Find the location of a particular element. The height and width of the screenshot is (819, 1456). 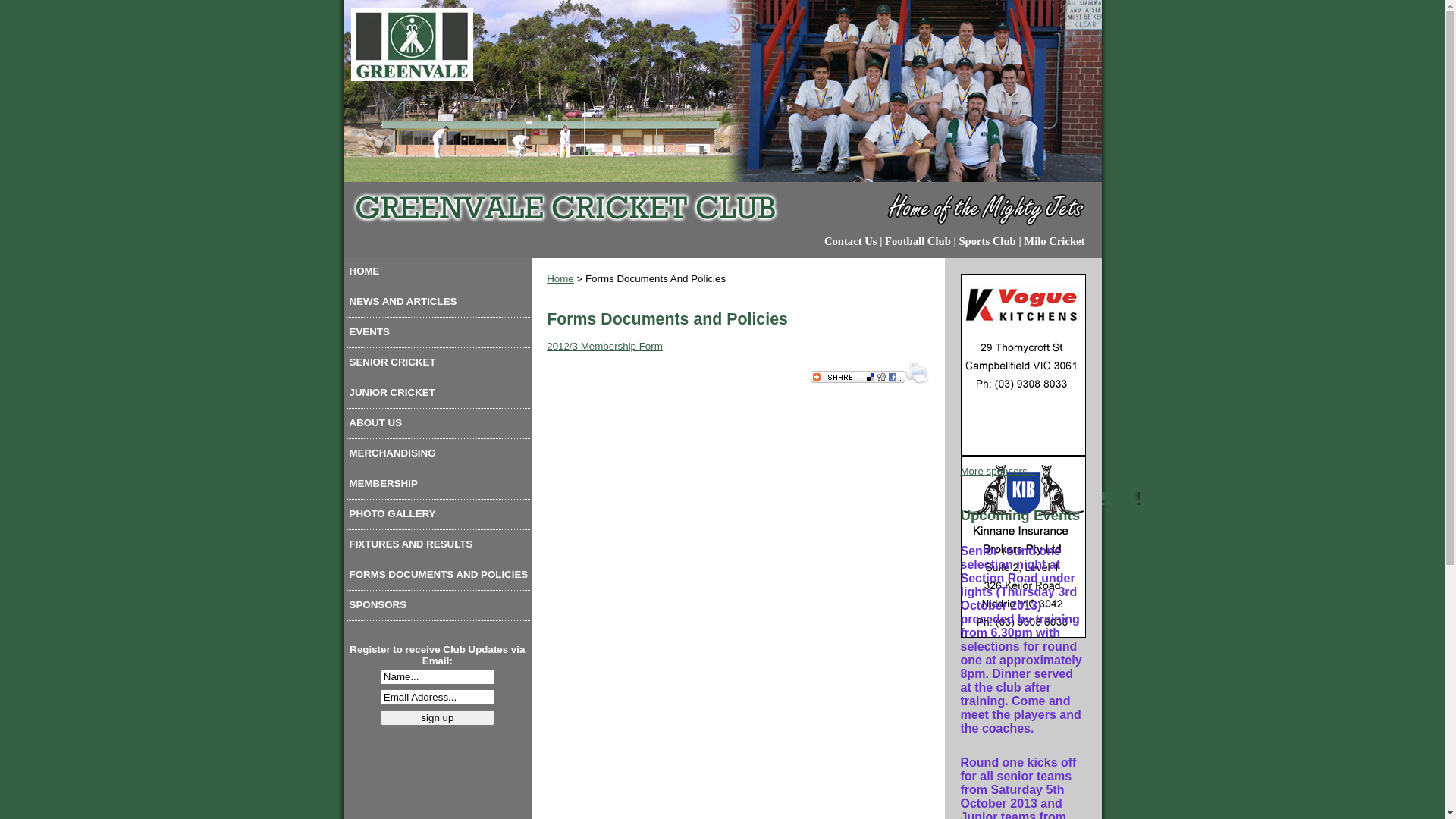

'FIXTURES AND RESULTS' is located at coordinates (438, 547).